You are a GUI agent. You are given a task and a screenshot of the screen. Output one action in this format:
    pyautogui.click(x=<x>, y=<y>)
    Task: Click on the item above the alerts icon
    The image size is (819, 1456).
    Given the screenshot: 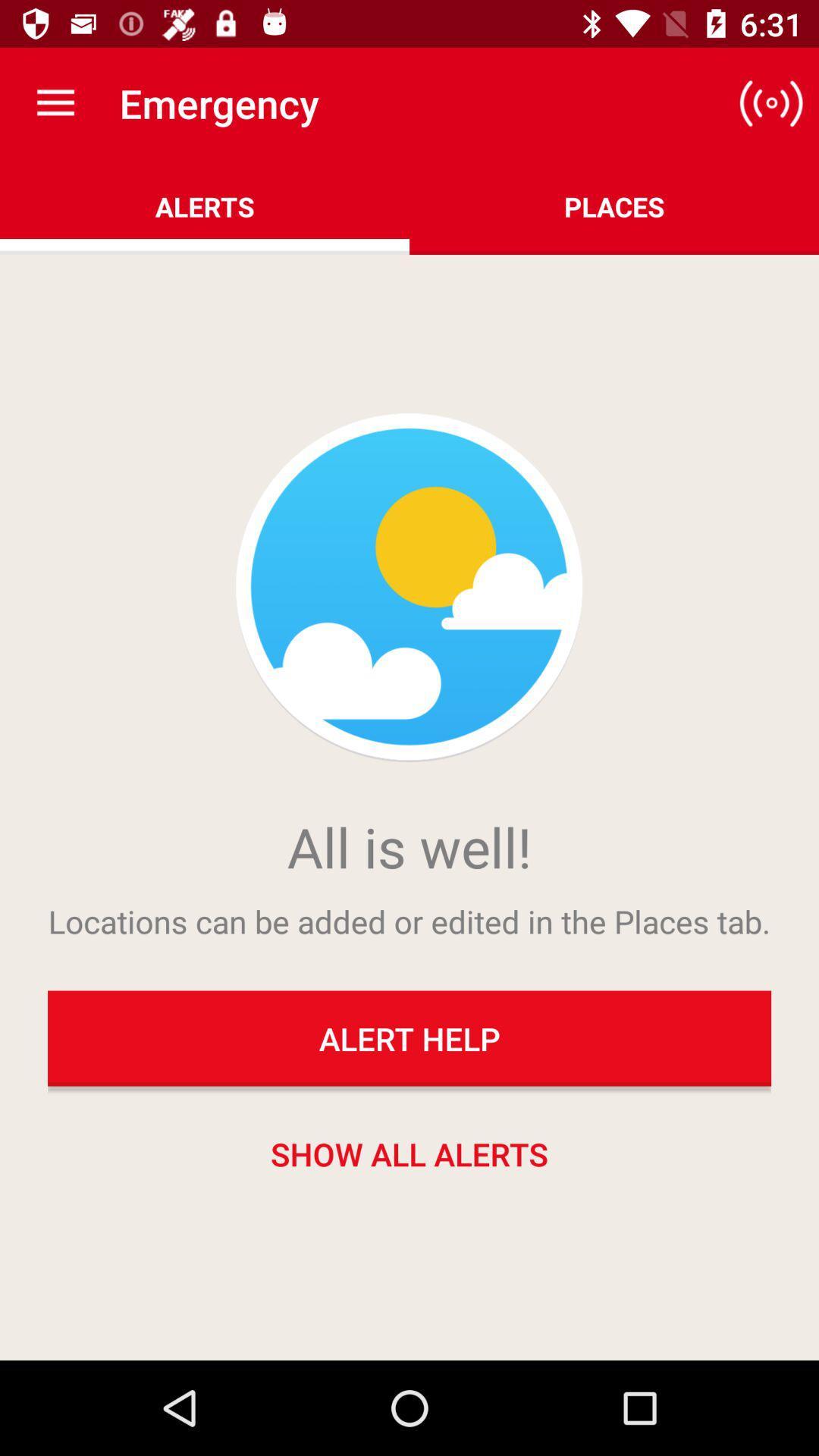 What is the action you would take?
    pyautogui.click(x=55, y=102)
    